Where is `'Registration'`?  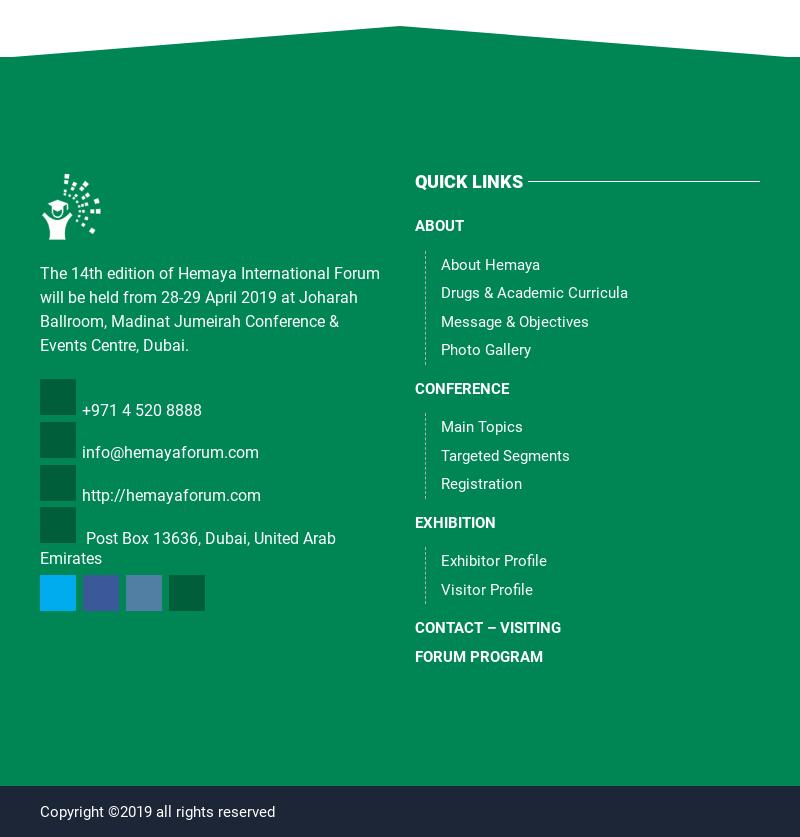 'Registration' is located at coordinates (481, 483).